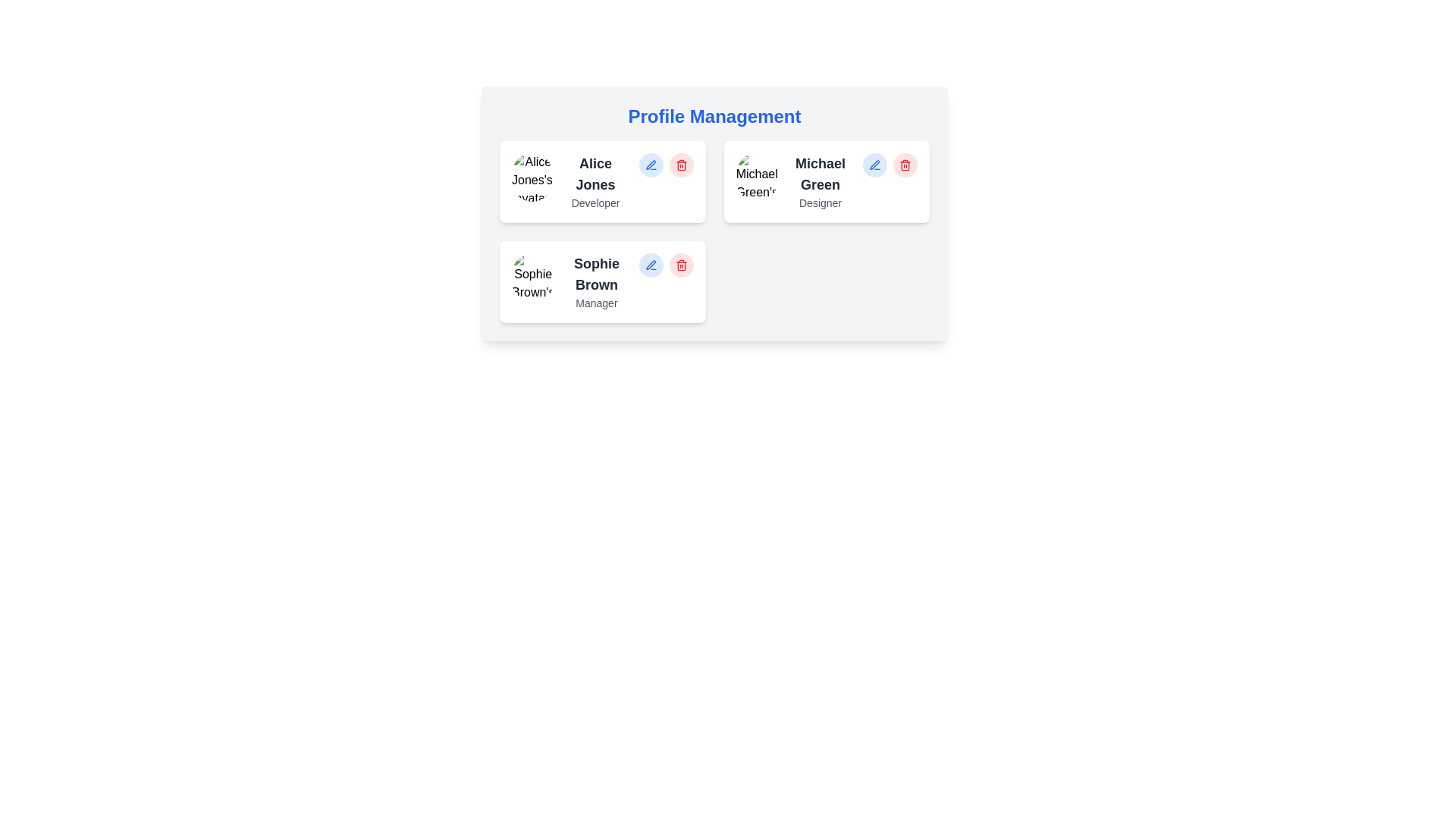 This screenshot has width=1456, height=819. Describe the element at coordinates (532, 177) in the screenshot. I see `the avatar image representing Alice Jones's identity, located at the top-left corner of her profile card` at that location.